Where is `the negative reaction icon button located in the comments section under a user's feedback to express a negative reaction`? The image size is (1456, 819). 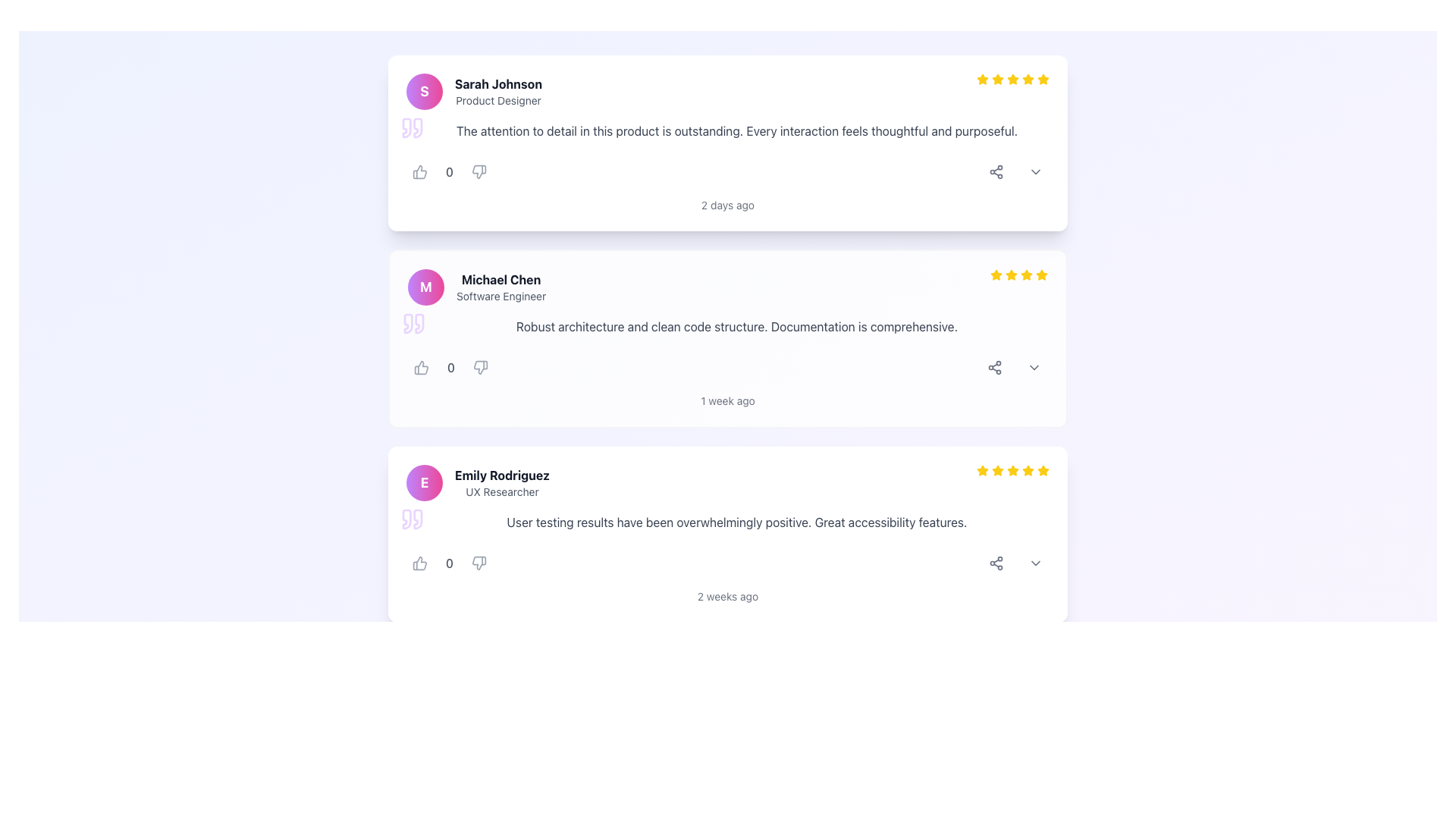
the negative reaction icon button located in the comments section under a user's feedback to express a negative reaction is located at coordinates (479, 171).